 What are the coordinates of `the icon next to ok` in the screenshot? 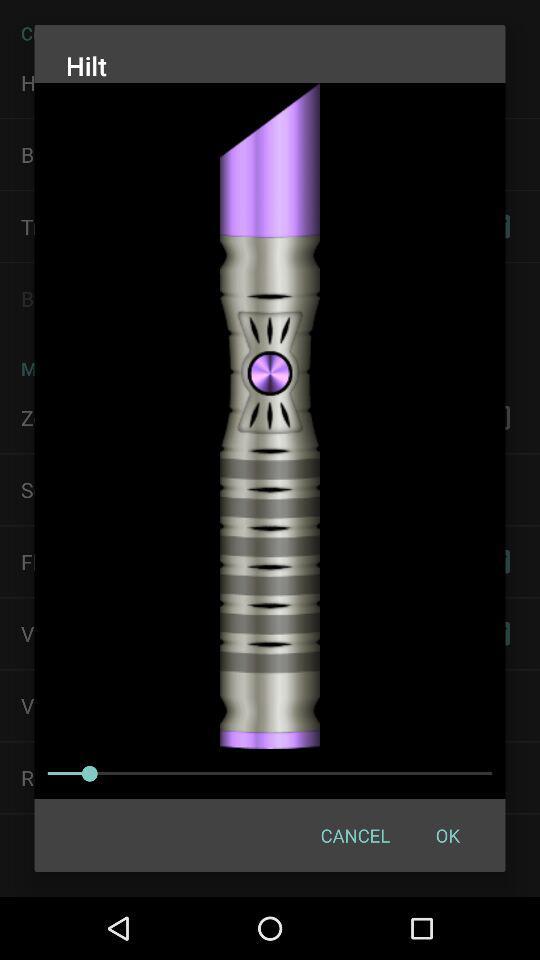 It's located at (354, 835).